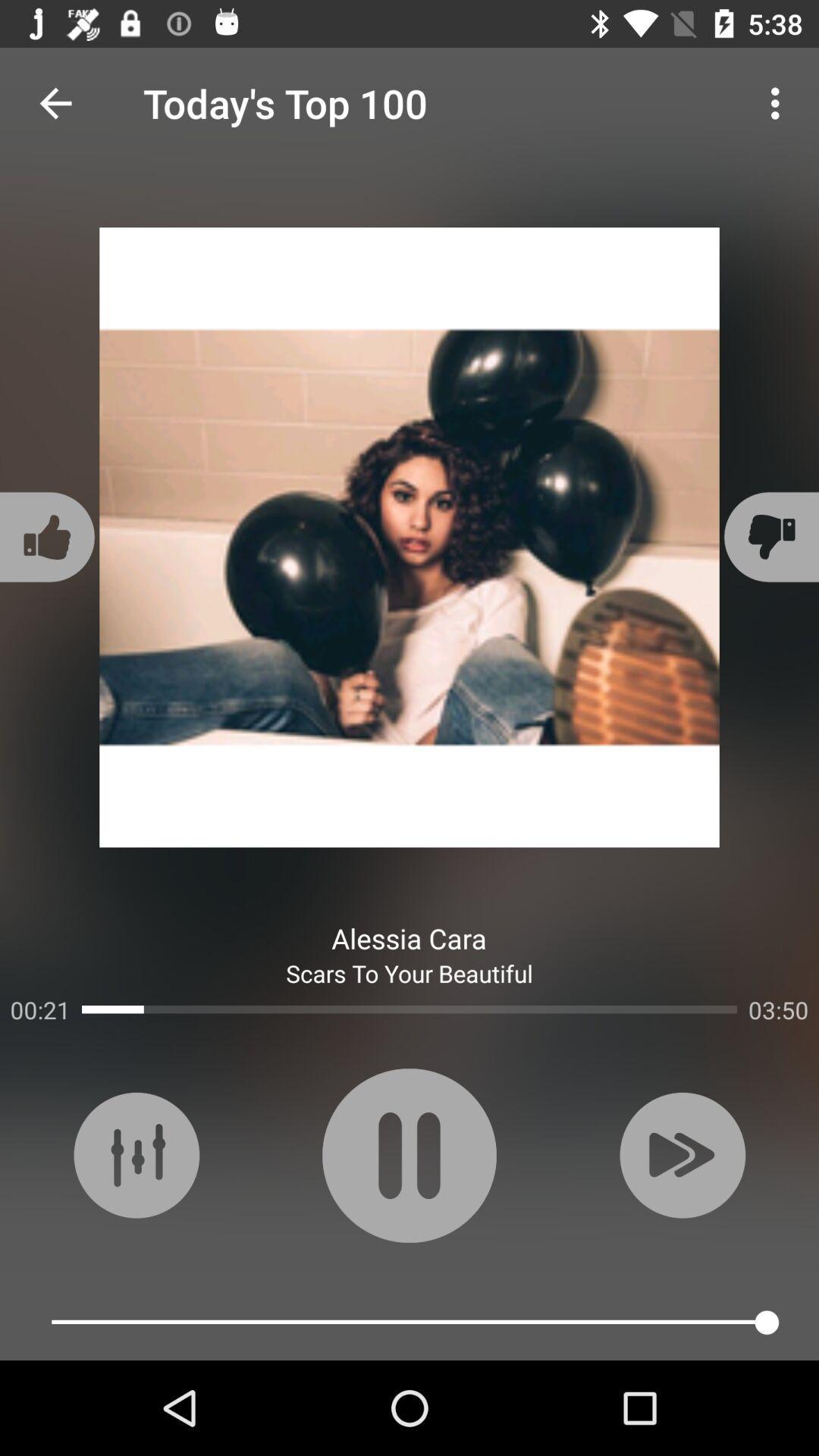 Image resolution: width=819 pixels, height=1456 pixels. I want to click on the icon next to today s top item, so click(55, 102).